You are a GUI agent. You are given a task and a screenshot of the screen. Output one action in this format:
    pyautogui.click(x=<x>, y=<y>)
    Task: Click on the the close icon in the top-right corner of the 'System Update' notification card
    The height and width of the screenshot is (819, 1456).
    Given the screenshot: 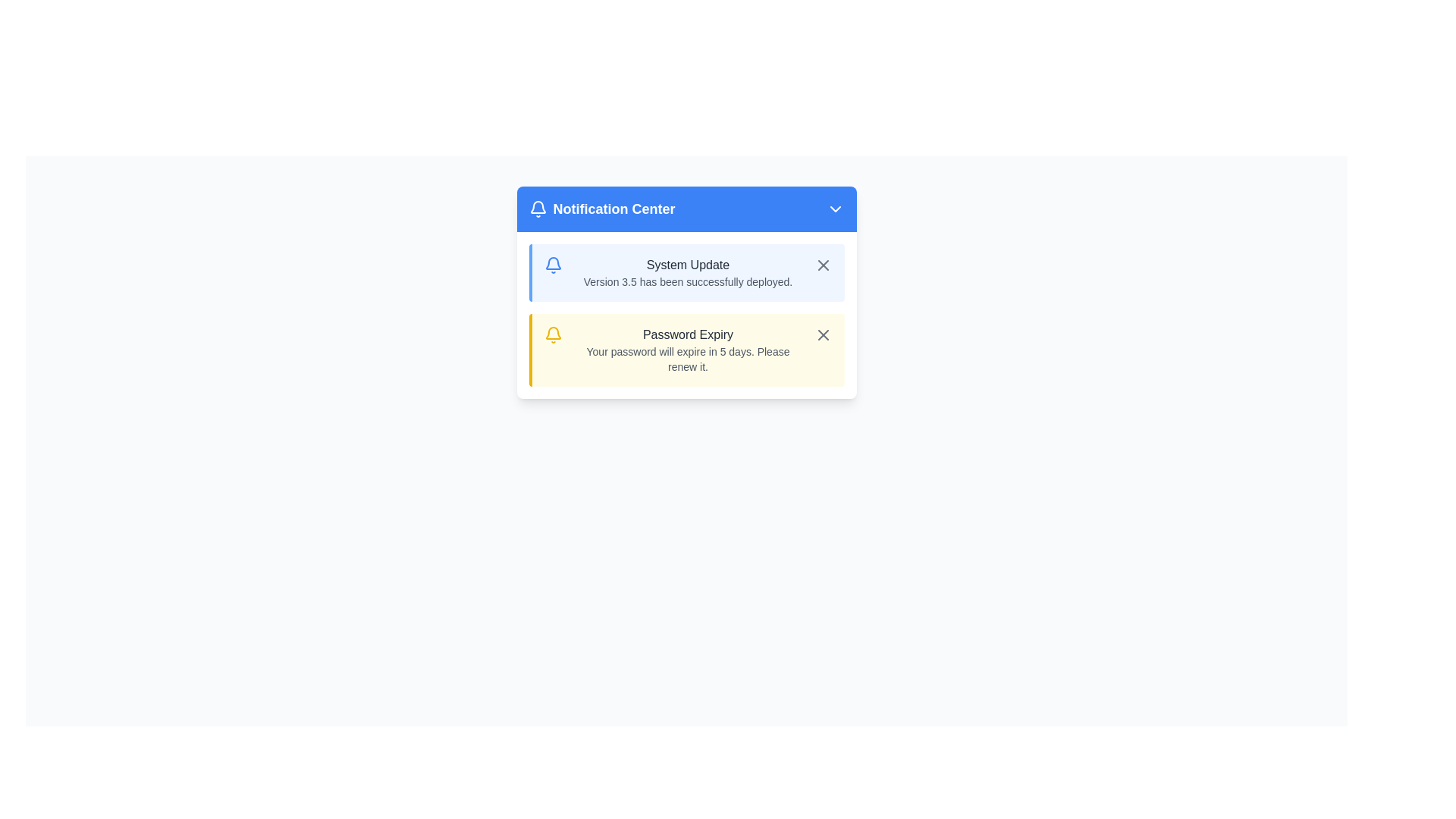 What is the action you would take?
    pyautogui.click(x=822, y=334)
    